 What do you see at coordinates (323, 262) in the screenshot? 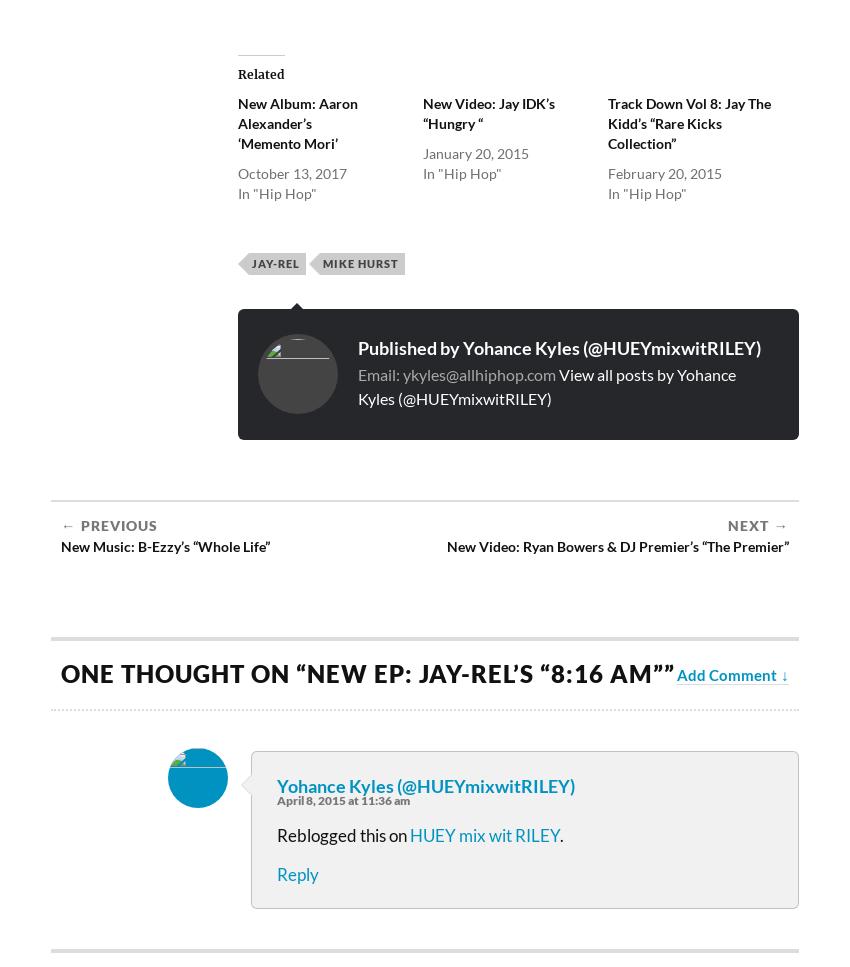
I see `'Mike Hurst'` at bounding box center [323, 262].